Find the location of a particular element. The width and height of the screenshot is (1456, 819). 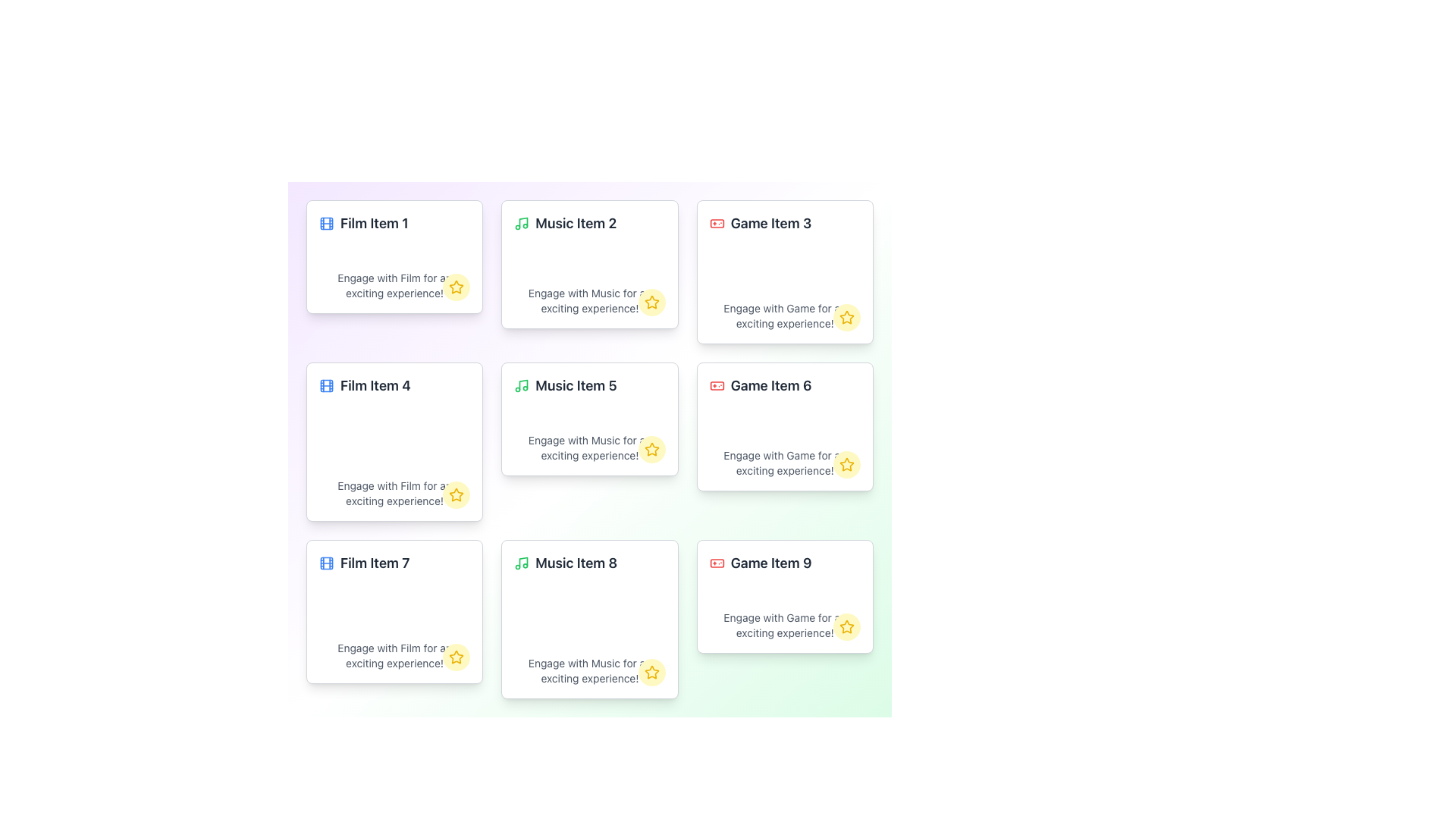

the star-shaped icon in the bottom-right corner of the card labeled 'Game Item 9' is located at coordinates (846, 626).